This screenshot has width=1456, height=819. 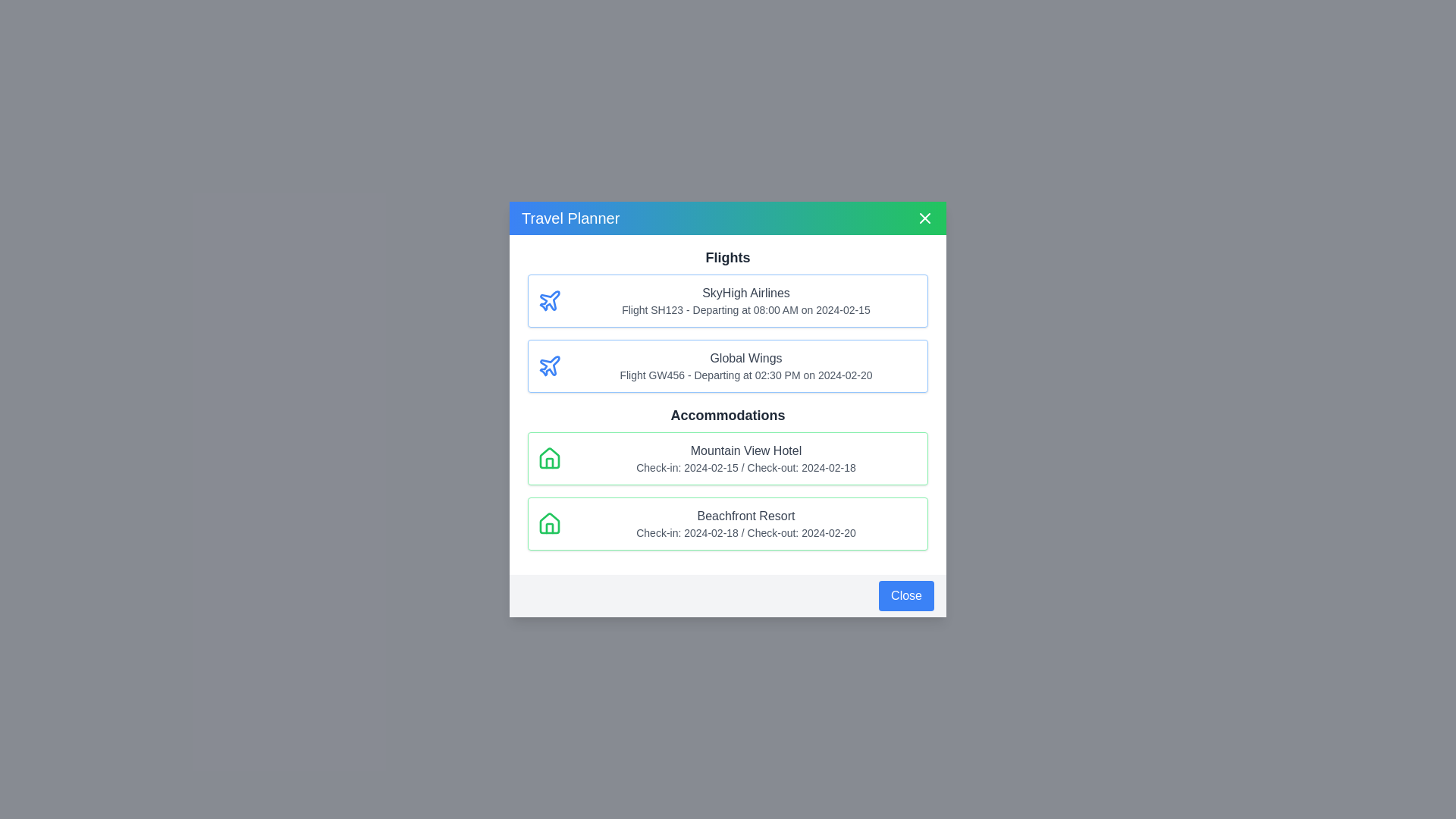 I want to click on the flight icon representing 'Global WingsFlight GW456 - Departing at 02:30 PM on 2024-02-20' located on the left within the second item of the 'Flights' section, so click(x=548, y=366).